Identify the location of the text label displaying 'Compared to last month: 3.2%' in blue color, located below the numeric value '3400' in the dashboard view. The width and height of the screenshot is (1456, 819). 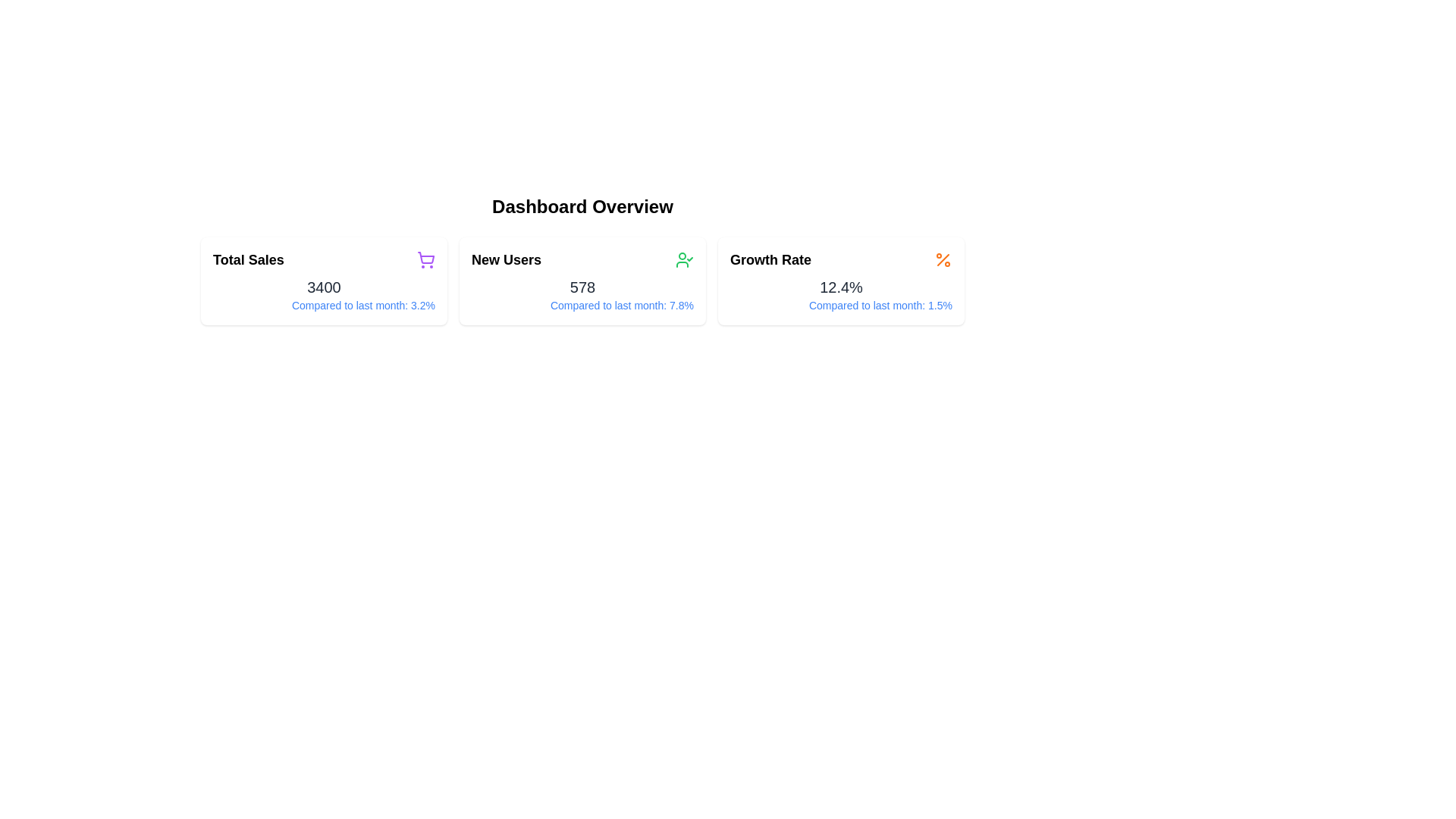
(323, 305).